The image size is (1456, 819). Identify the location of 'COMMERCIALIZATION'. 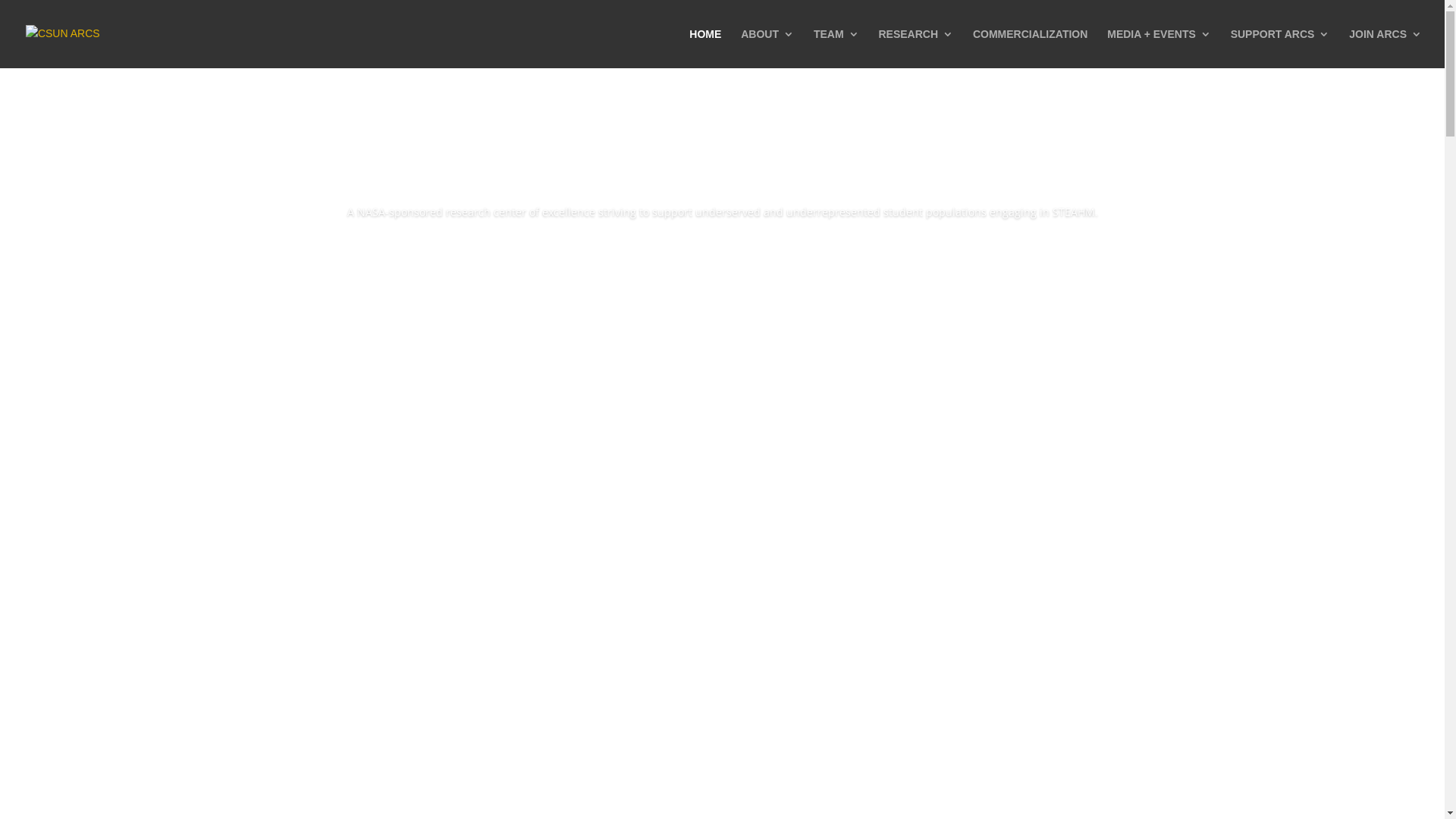
(1030, 48).